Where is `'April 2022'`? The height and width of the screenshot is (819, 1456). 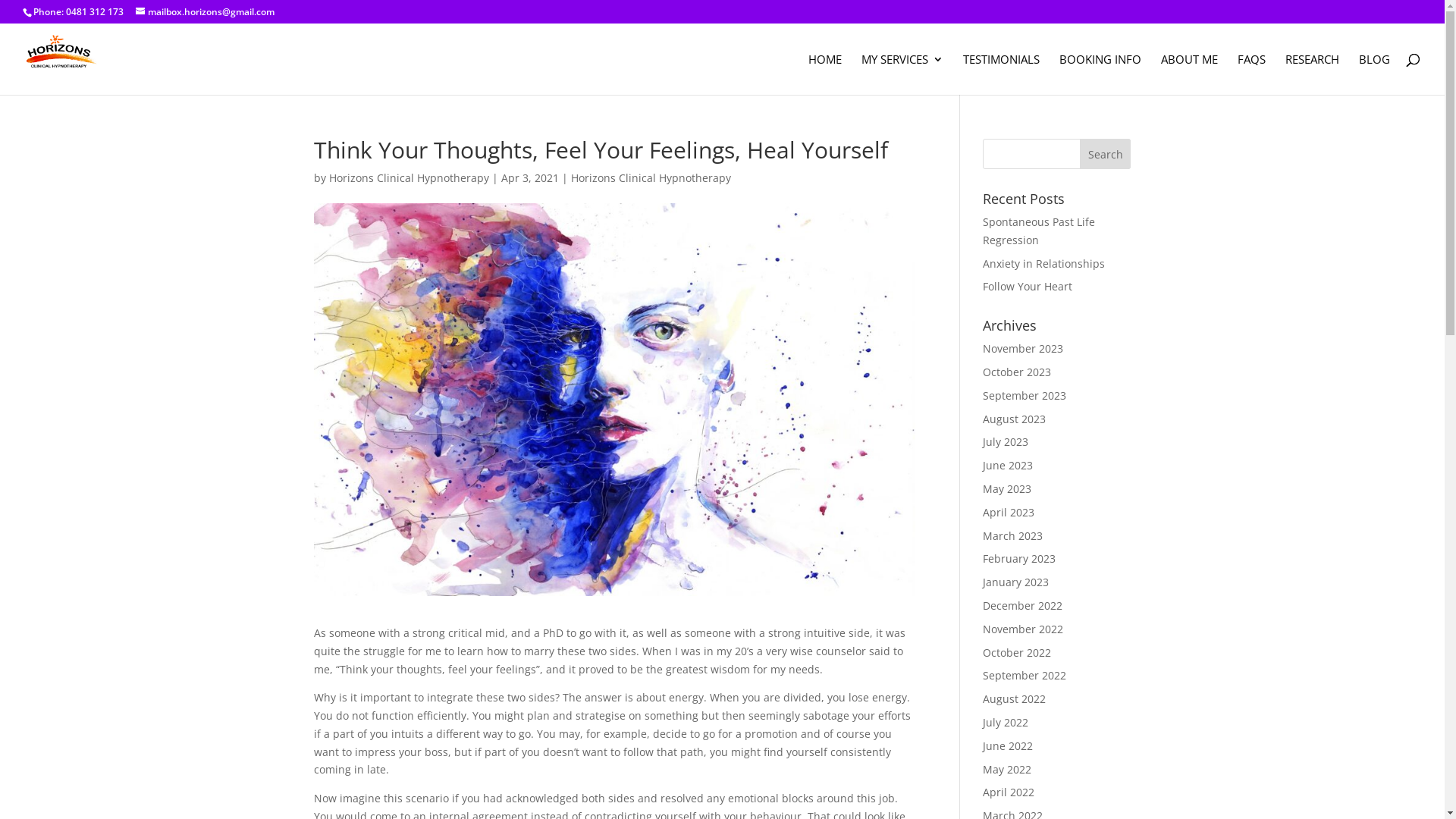
'April 2022' is located at coordinates (1008, 791).